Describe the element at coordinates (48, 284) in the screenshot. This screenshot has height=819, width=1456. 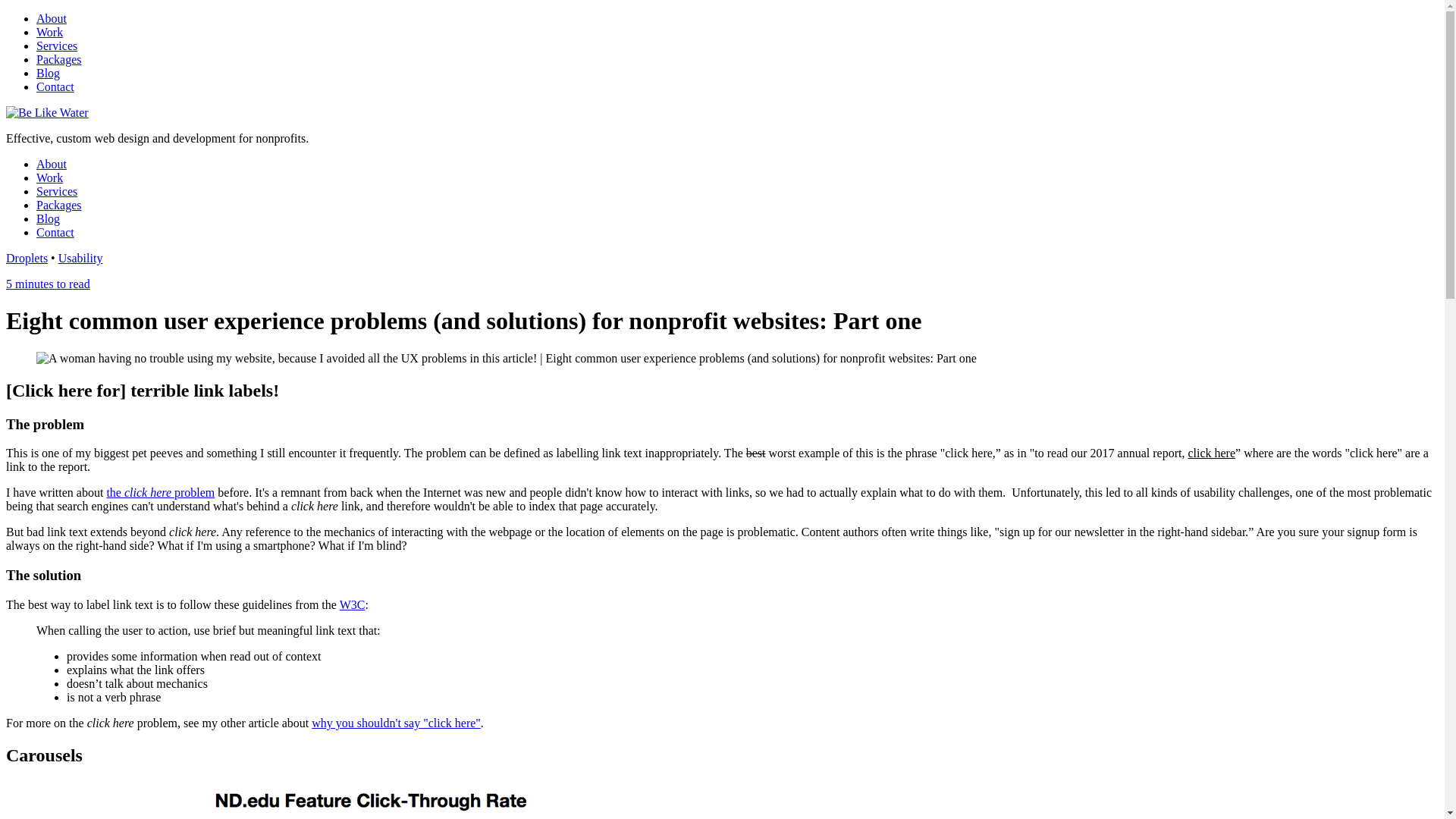
I see `'5 minutes to read'` at that location.